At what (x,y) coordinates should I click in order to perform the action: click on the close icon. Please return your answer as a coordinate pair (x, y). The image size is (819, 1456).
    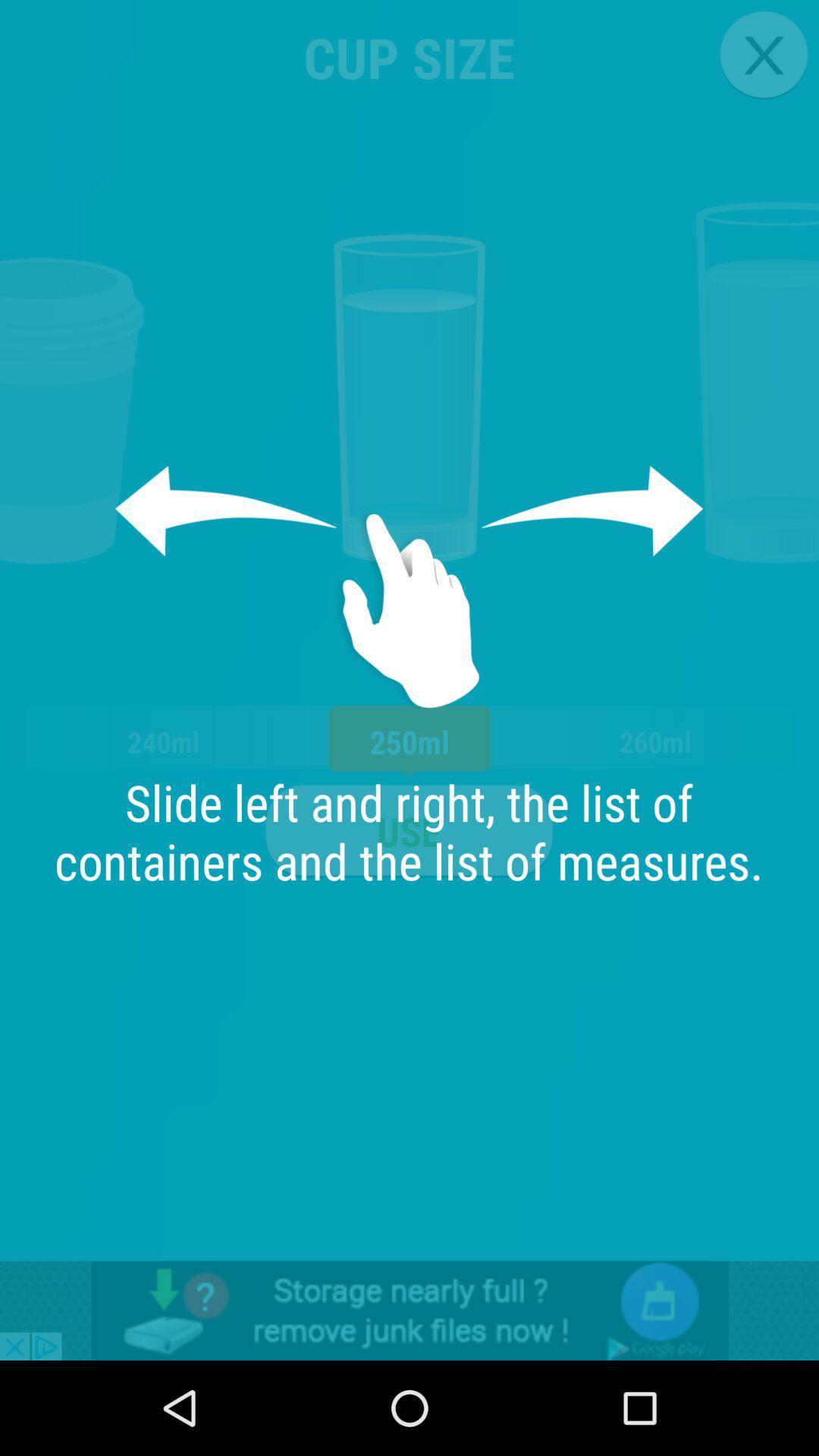
    Looking at the image, I should click on (764, 55).